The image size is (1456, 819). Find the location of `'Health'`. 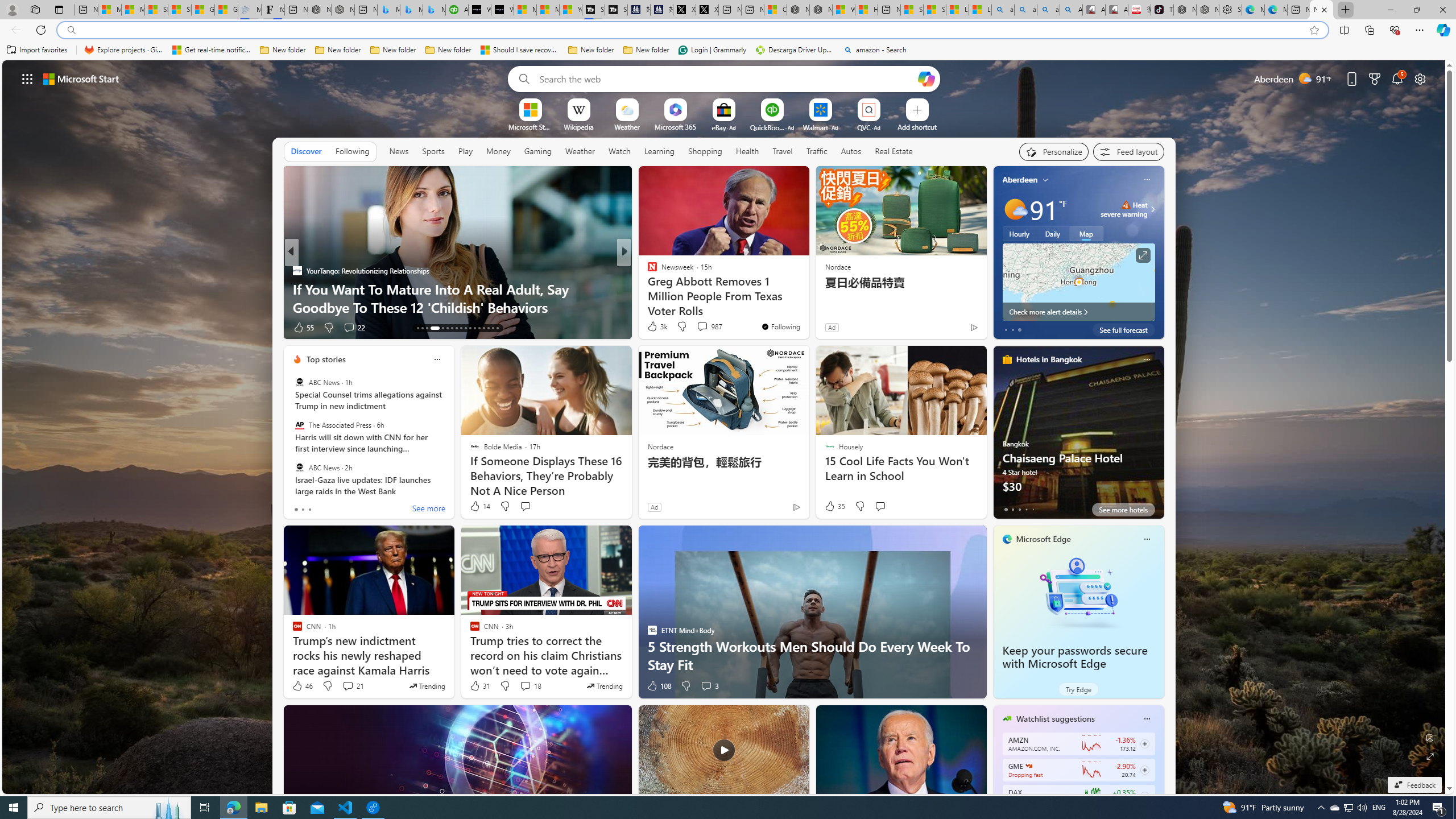

'Health' is located at coordinates (746, 151).